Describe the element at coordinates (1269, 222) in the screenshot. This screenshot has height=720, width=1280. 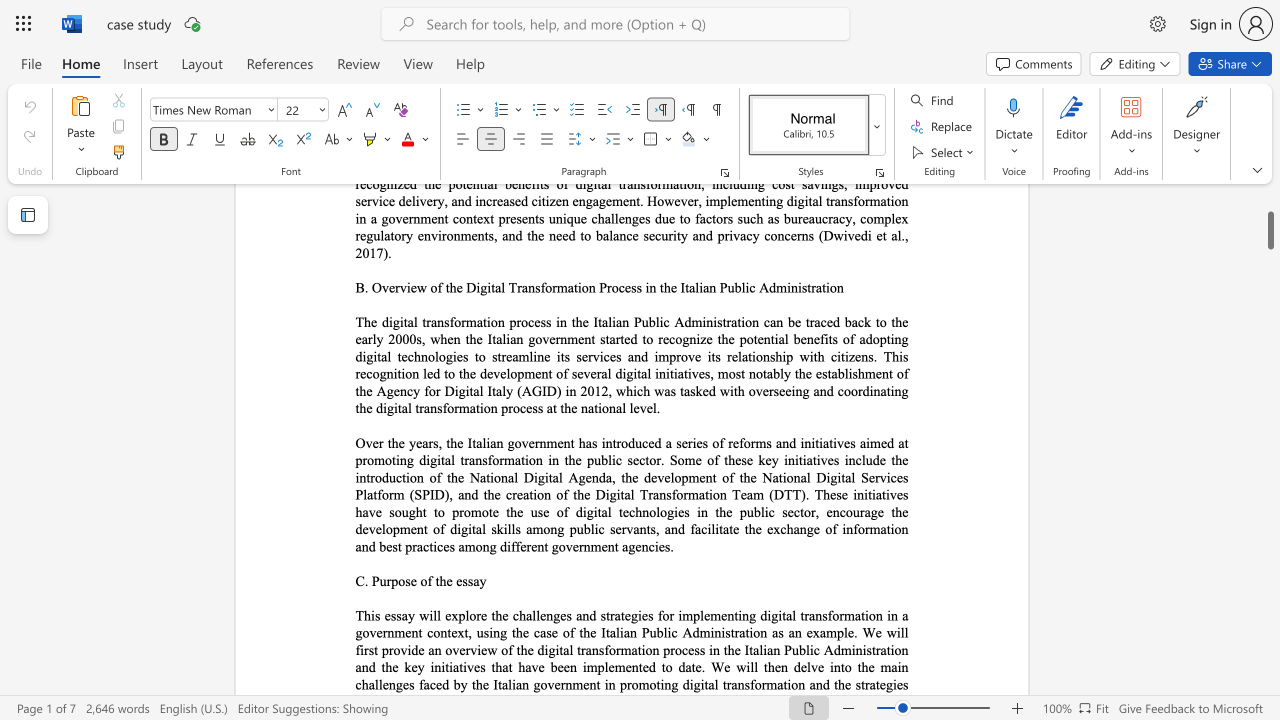
I see `the scrollbar and move down 1610 pixels` at that location.